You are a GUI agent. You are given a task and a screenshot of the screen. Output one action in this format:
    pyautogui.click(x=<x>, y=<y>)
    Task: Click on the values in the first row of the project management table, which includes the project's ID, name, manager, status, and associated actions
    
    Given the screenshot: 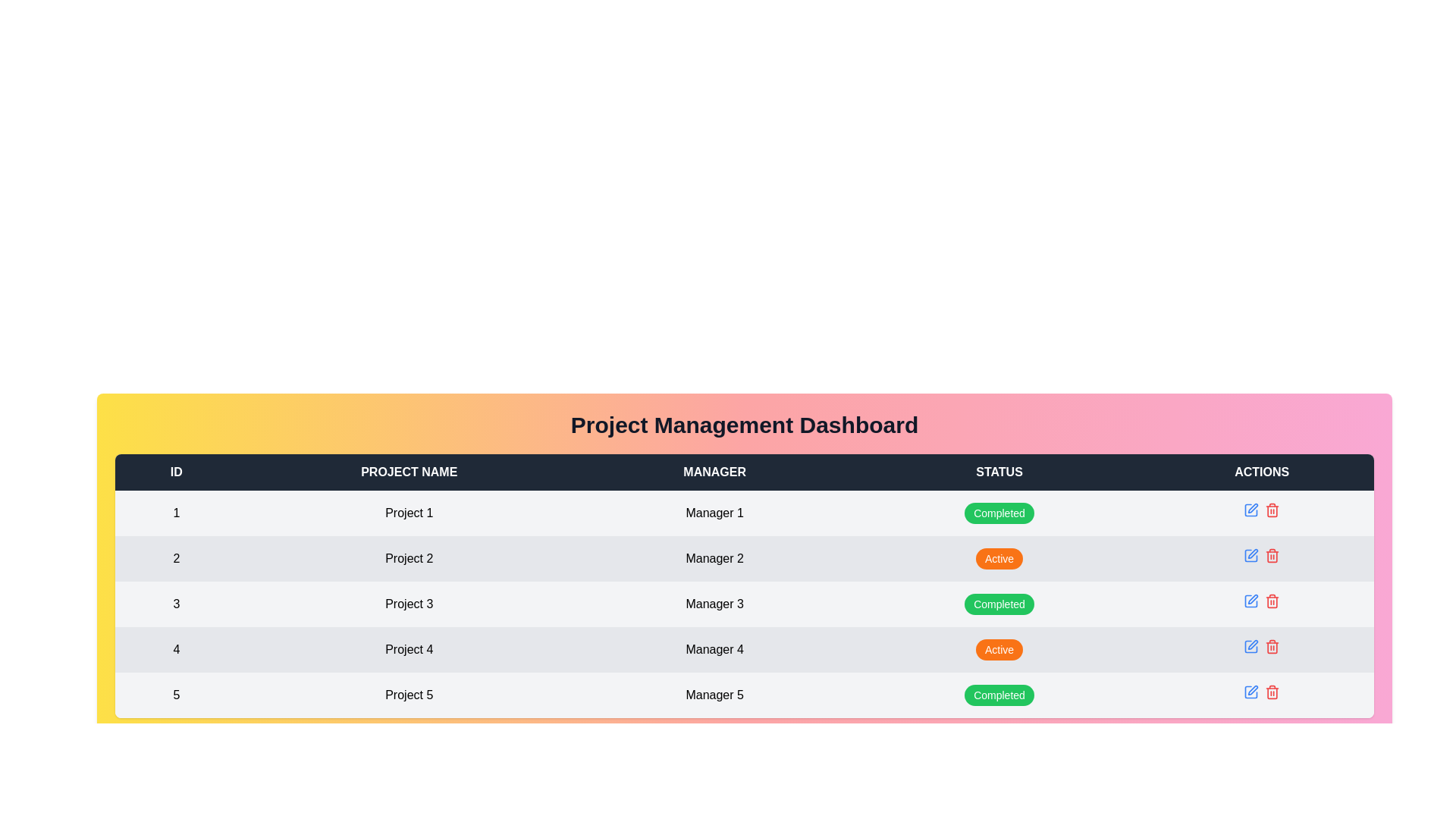 What is the action you would take?
    pyautogui.click(x=745, y=513)
    